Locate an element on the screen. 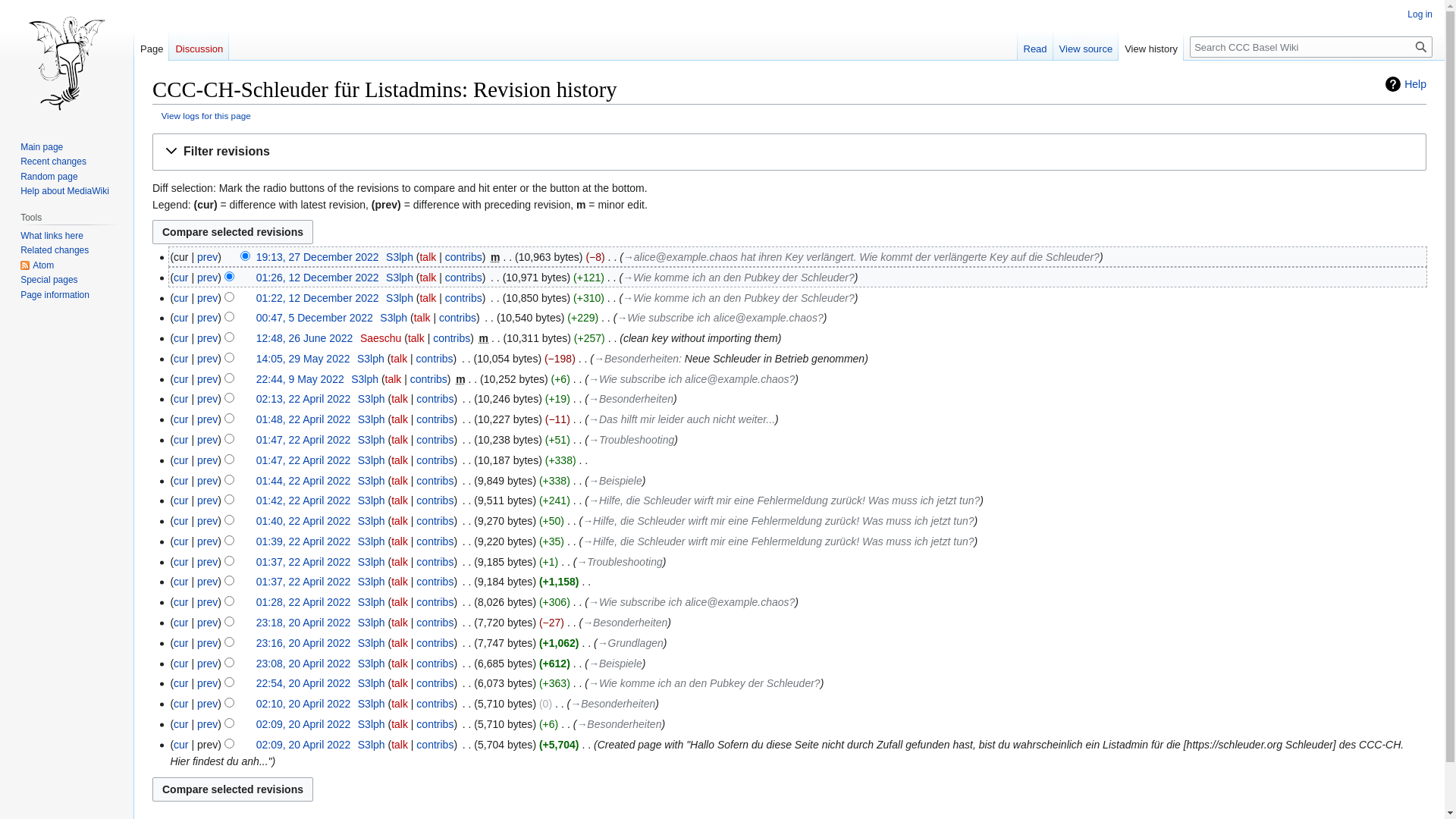 Image resolution: width=1456 pixels, height=819 pixels. 'Random page' is located at coordinates (49, 175).